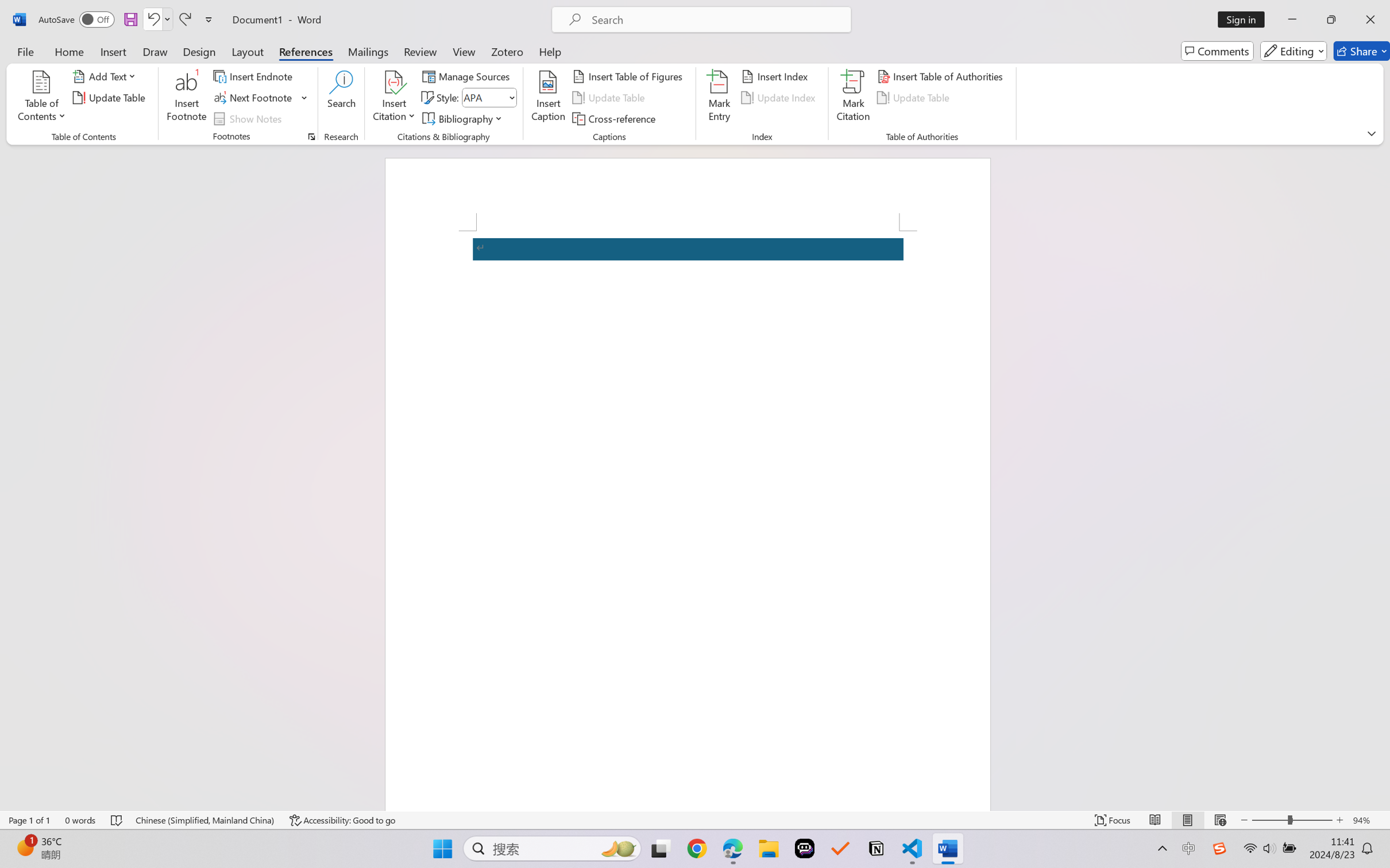  I want to click on 'Update Table', so click(914, 98).